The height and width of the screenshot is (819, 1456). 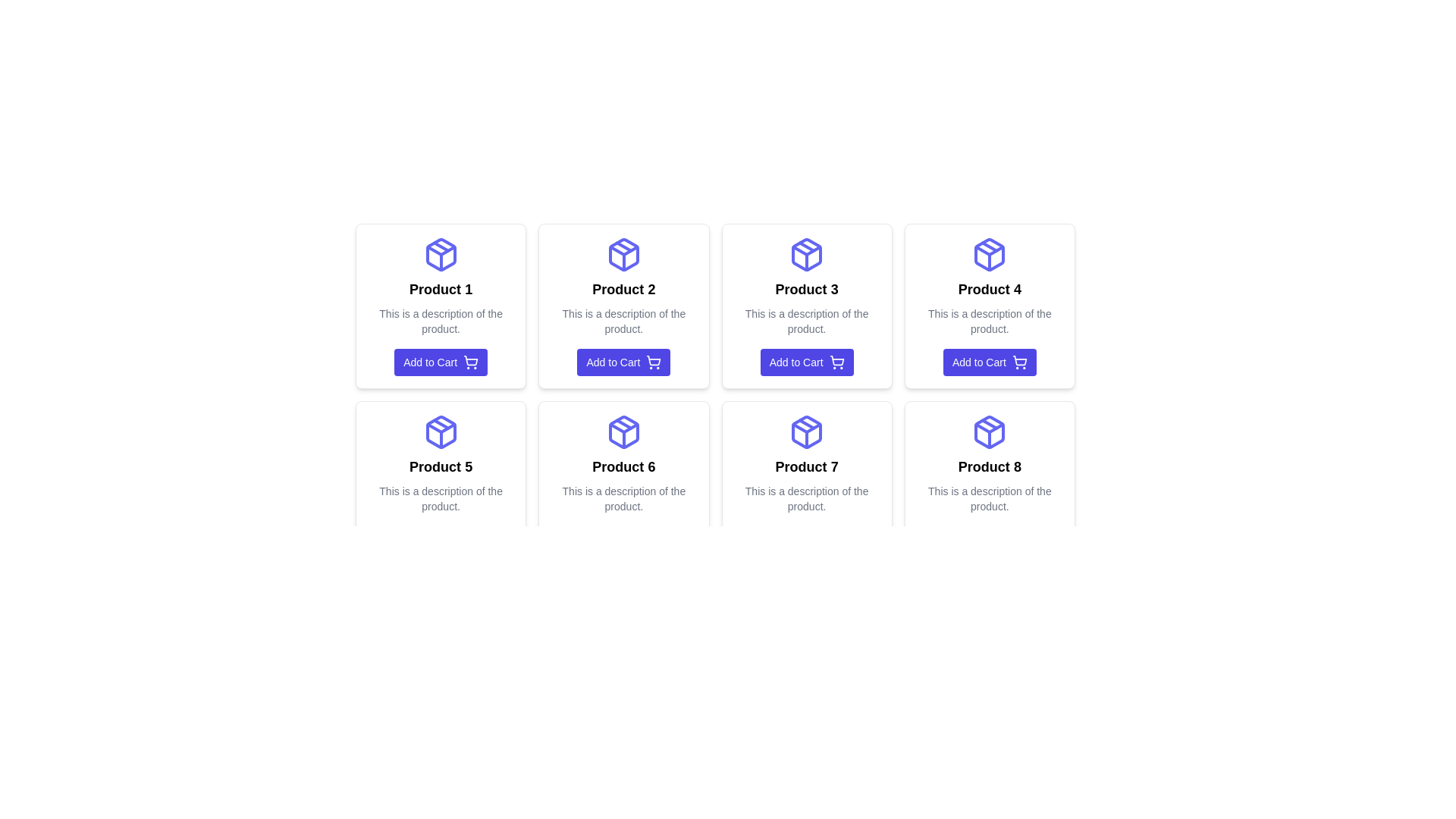 I want to click on the rectangular 'Add to Cart' button with white text on a blue background, located at the bottom center of the 'Product 4' card, so click(x=990, y=362).